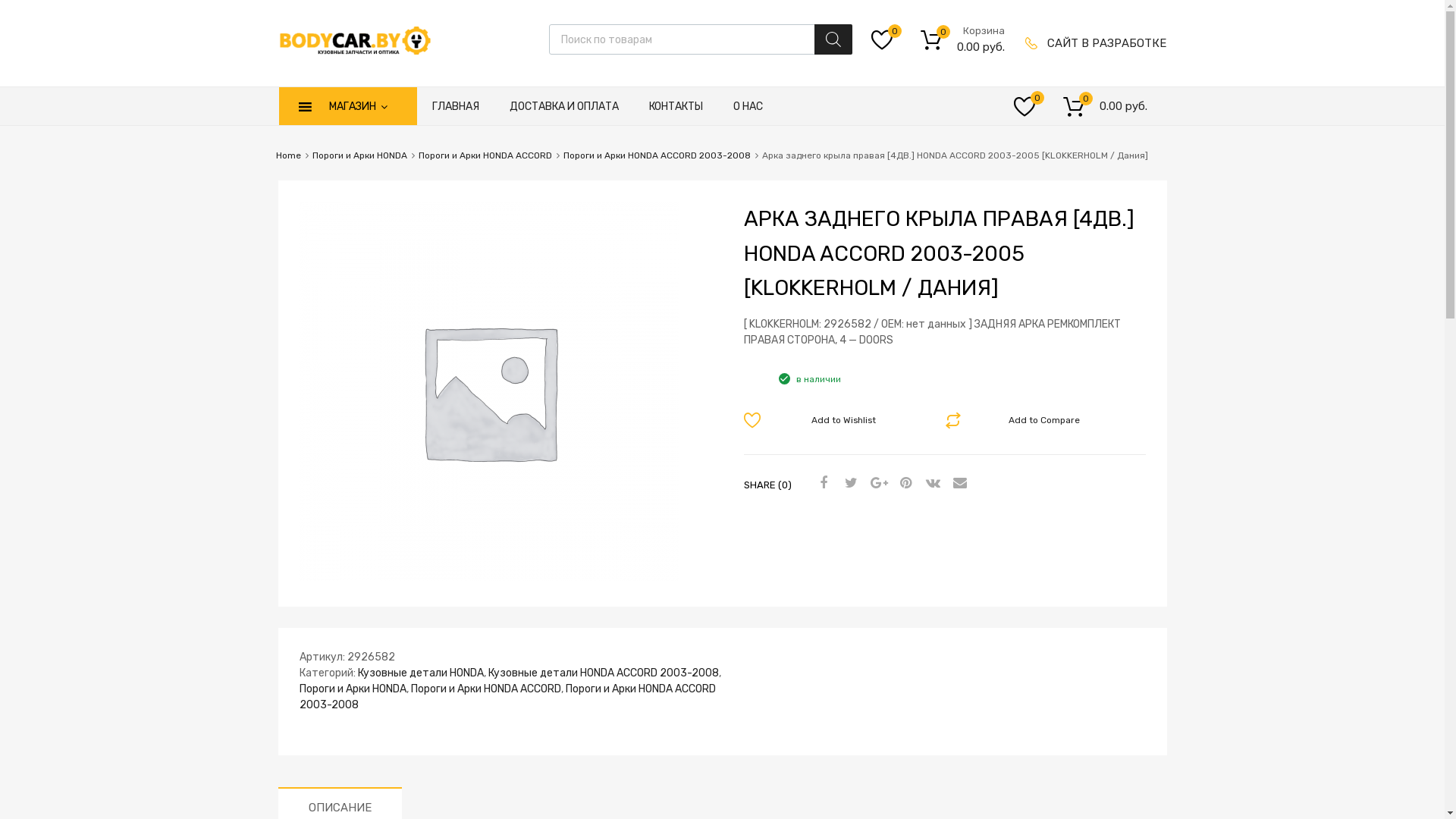 The height and width of the screenshot is (819, 1456). What do you see at coordinates (288, 155) in the screenshot?
I see `'Home'` at bounding box center [288, 155].